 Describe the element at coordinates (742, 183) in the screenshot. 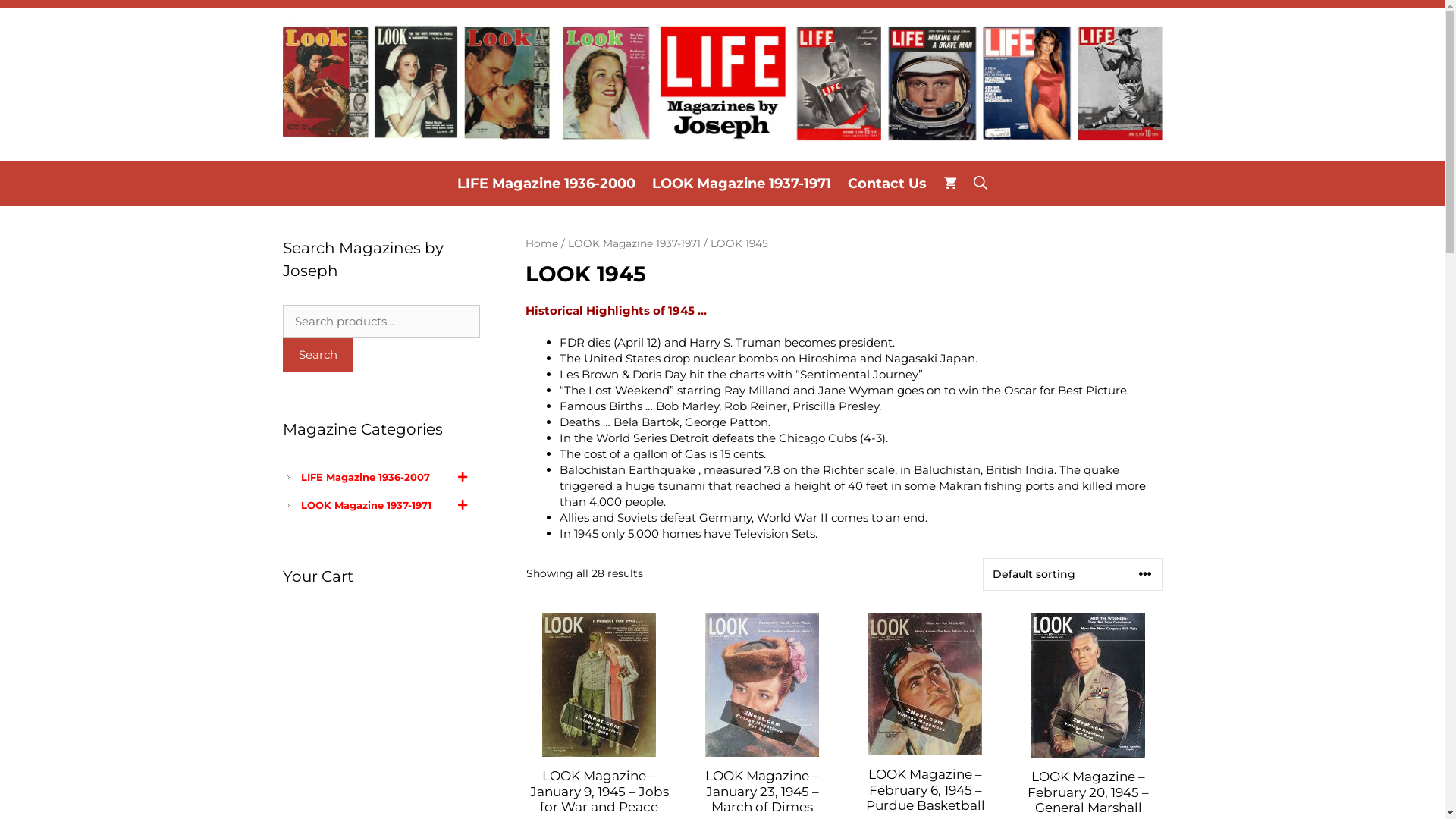

I see `'LOOK Magazine 1937-1971'` at that location.